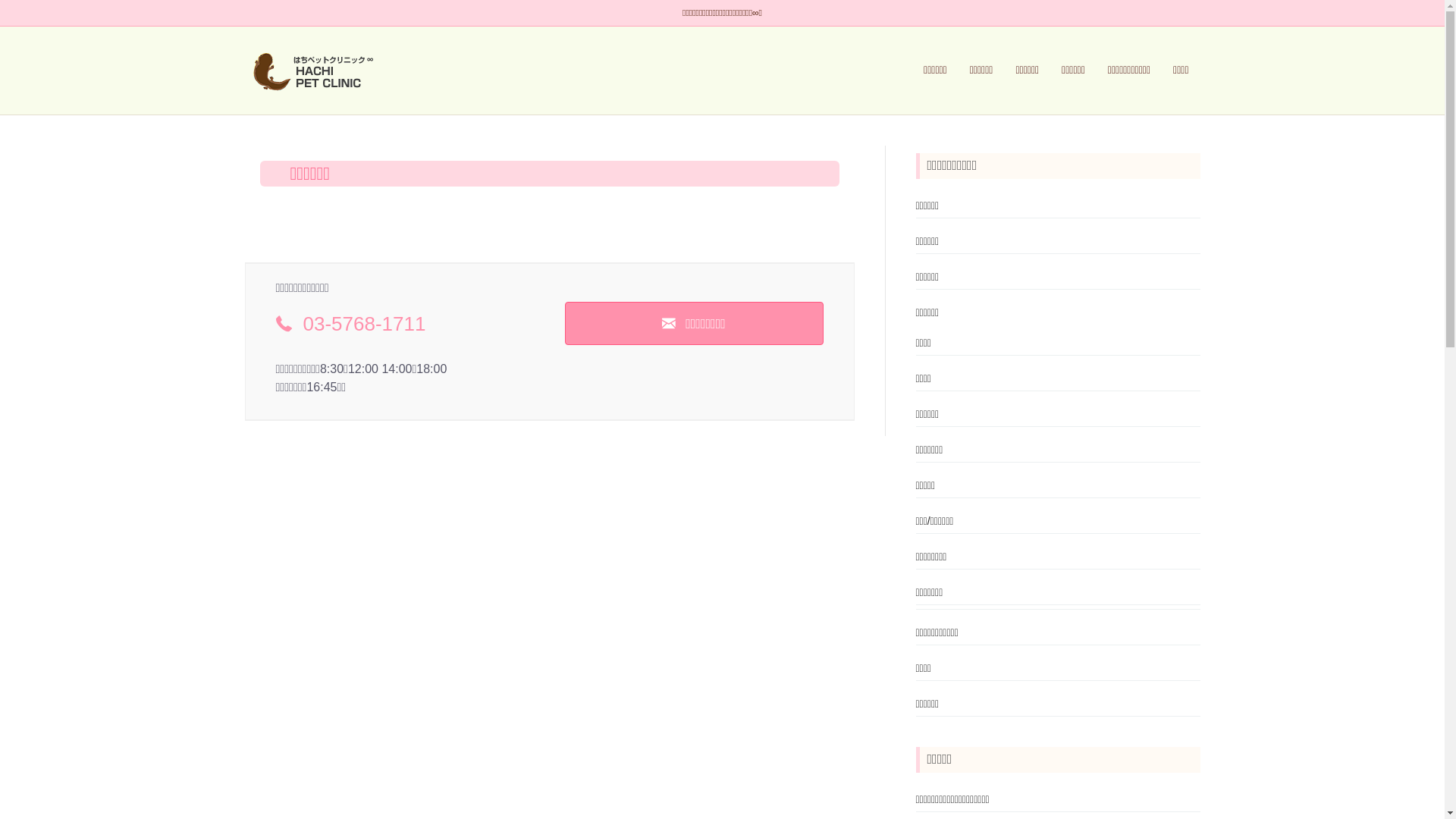  I want to click on '03-5768-1711', so click(364, 323).